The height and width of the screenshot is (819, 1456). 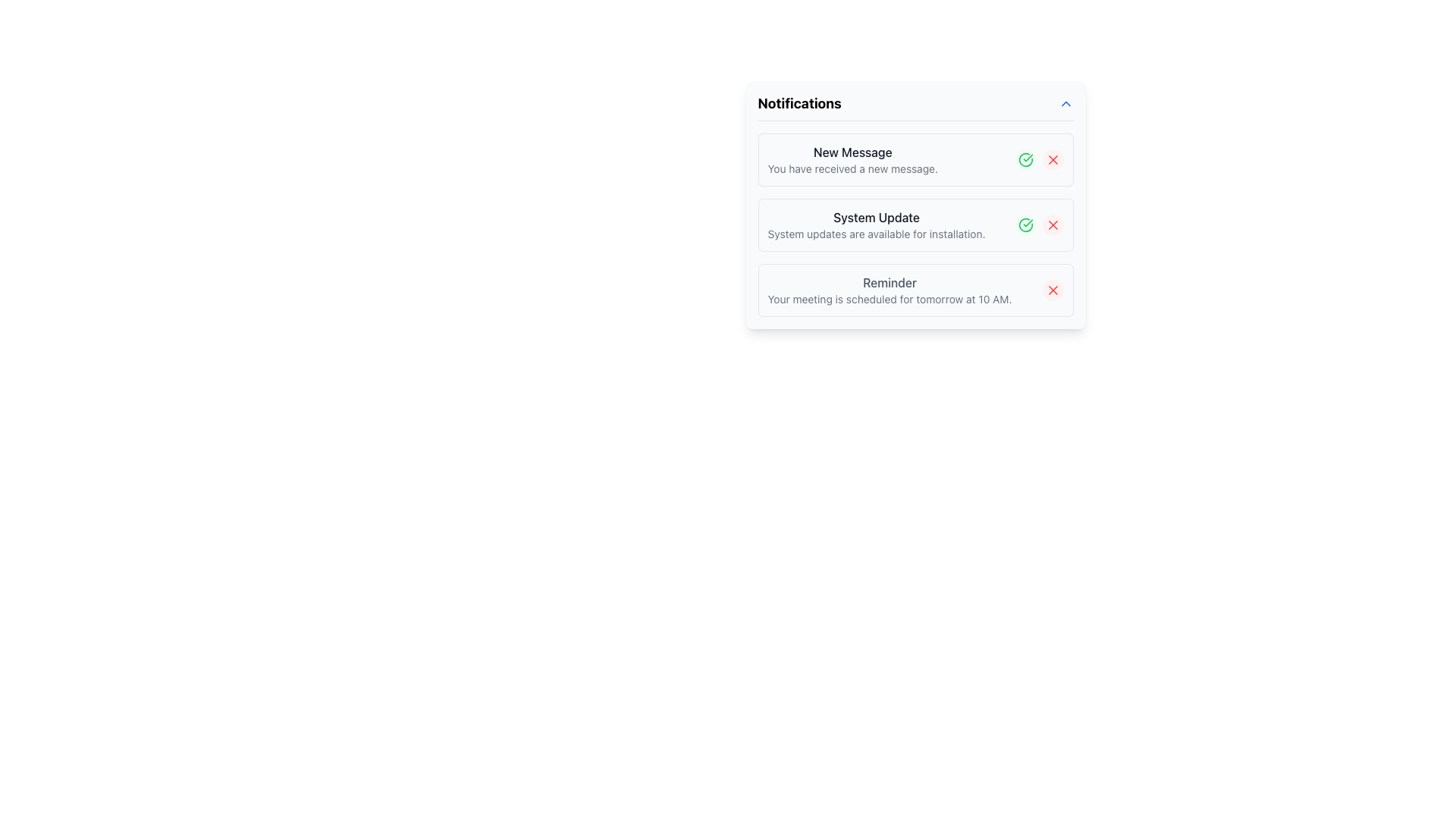 I want to click on the 'System Update' text label in the second notification card, which summarizes the content of the notification and is positioned above the text 'System updates are available for installation.', so click(x=877, y=217).